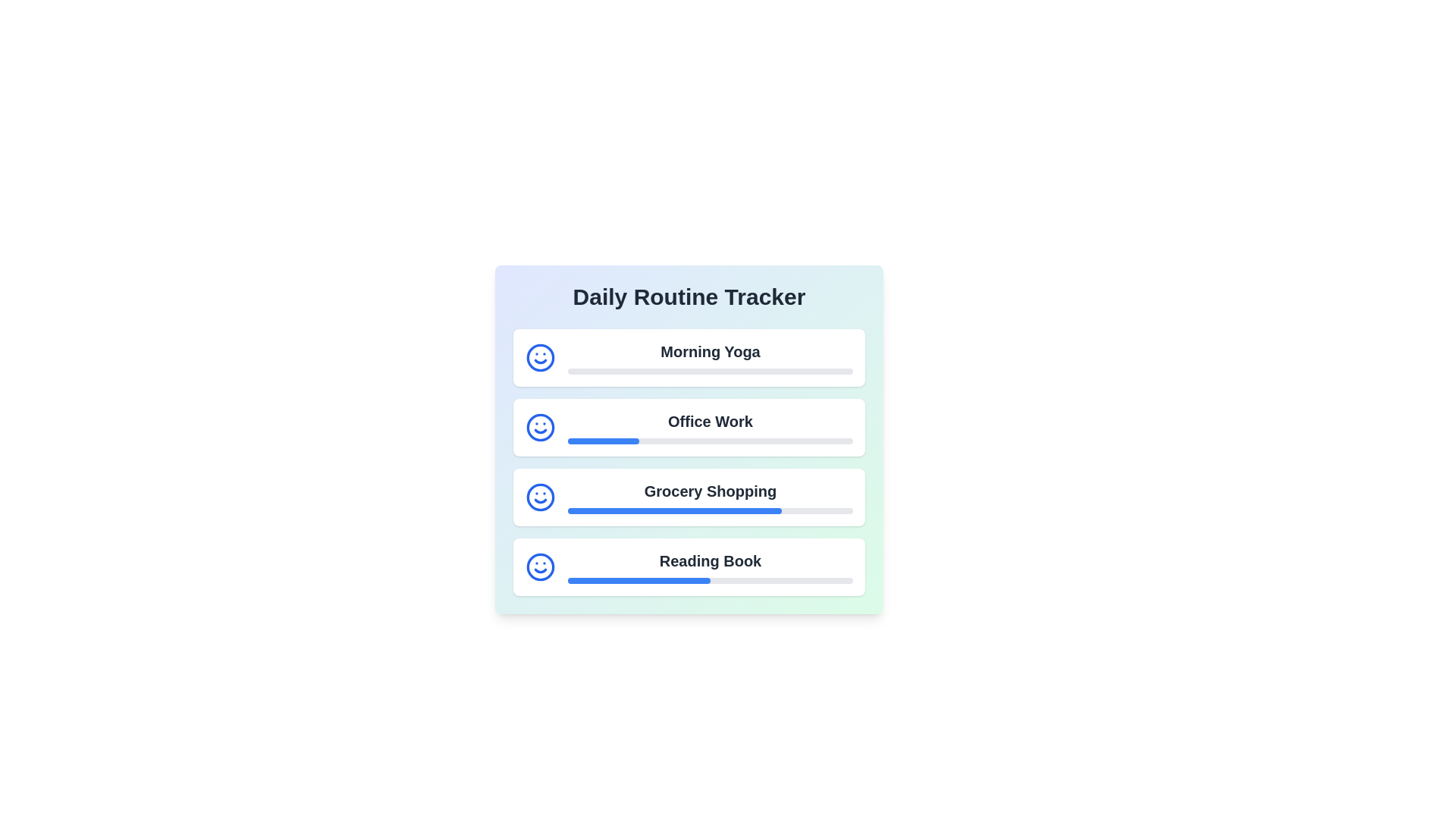 Image resolution: width=1456 pixels, height=819 pixels. What do you see at coordinates (688, 427) in the screenshot?
I see `the routine item Office Work to see additional information` at bounding box center [688, 427].